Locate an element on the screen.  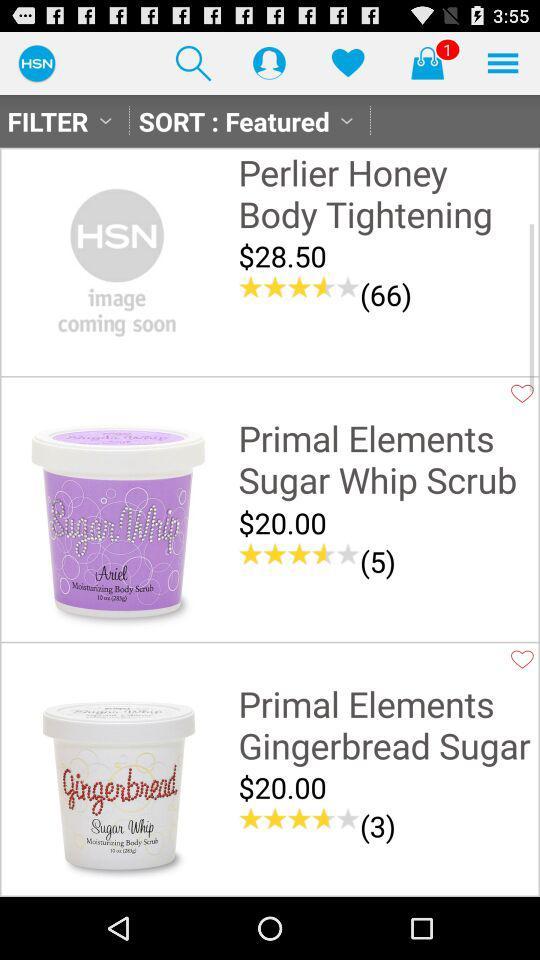
profile is located at coordinates (269, 62).